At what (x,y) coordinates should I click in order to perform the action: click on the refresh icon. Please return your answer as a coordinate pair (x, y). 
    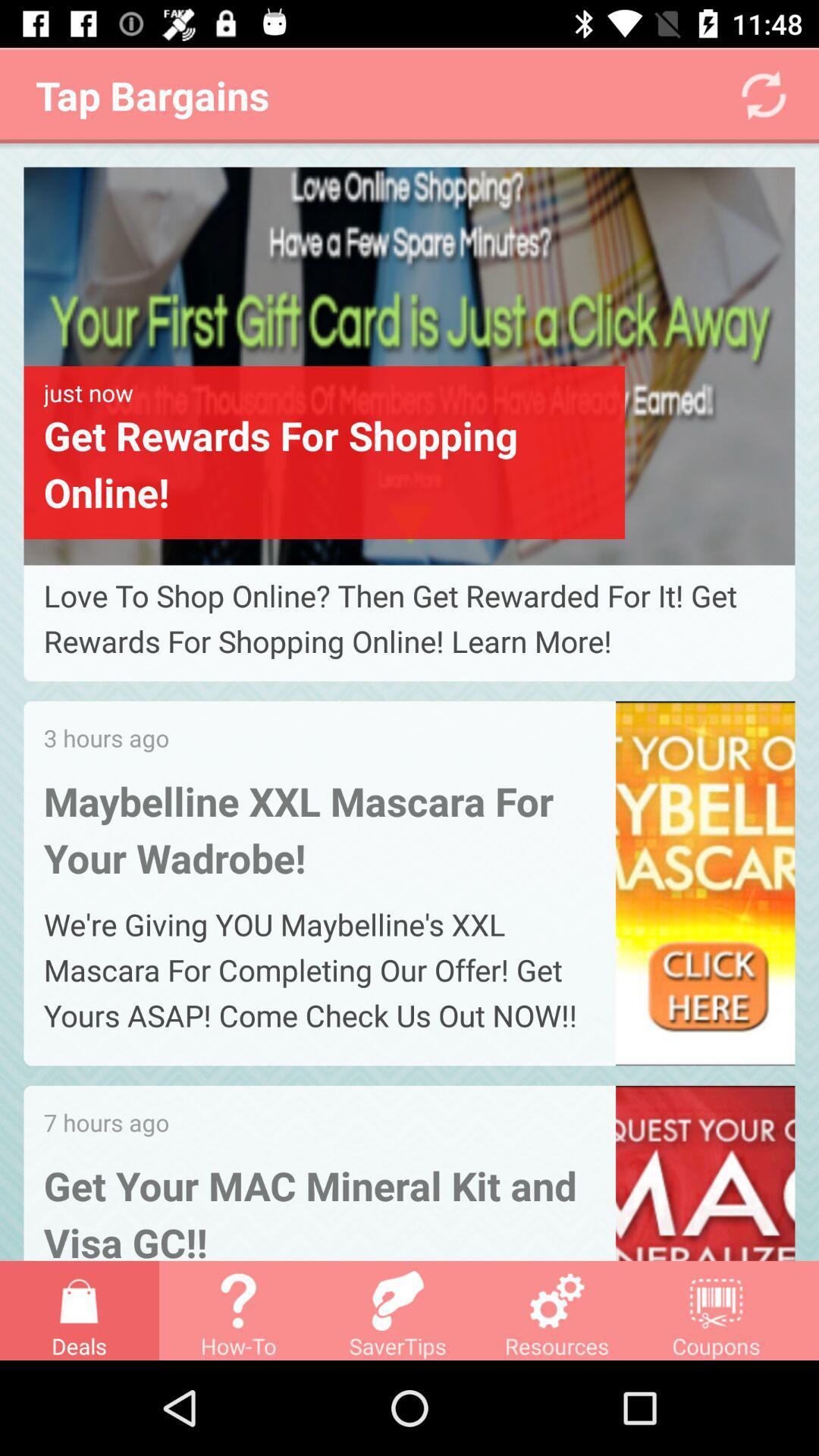
    Looking at the image, I should click on (763, 94).